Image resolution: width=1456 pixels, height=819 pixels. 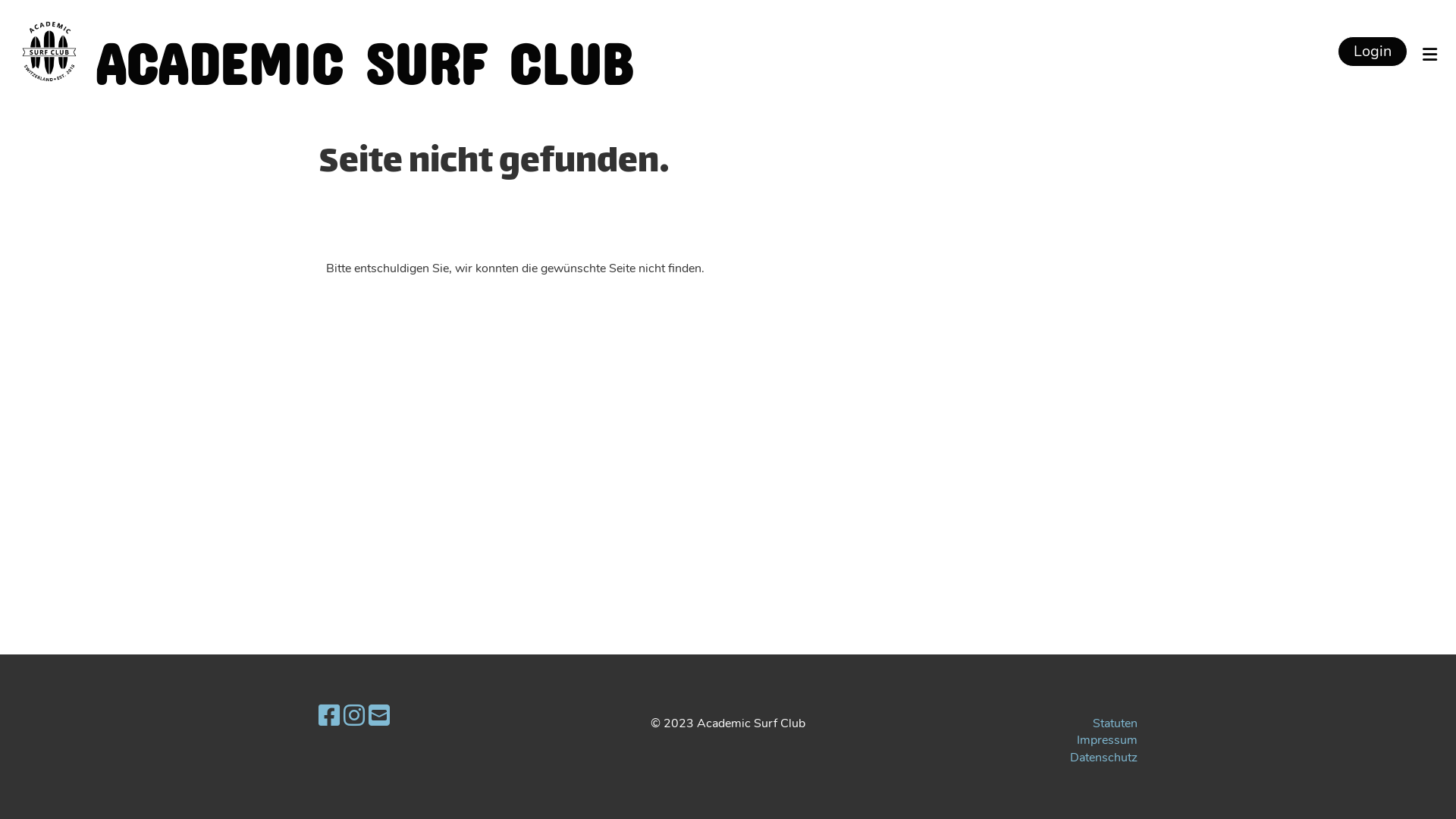 I want to click on 'Login', so click(x=1372, y=51).